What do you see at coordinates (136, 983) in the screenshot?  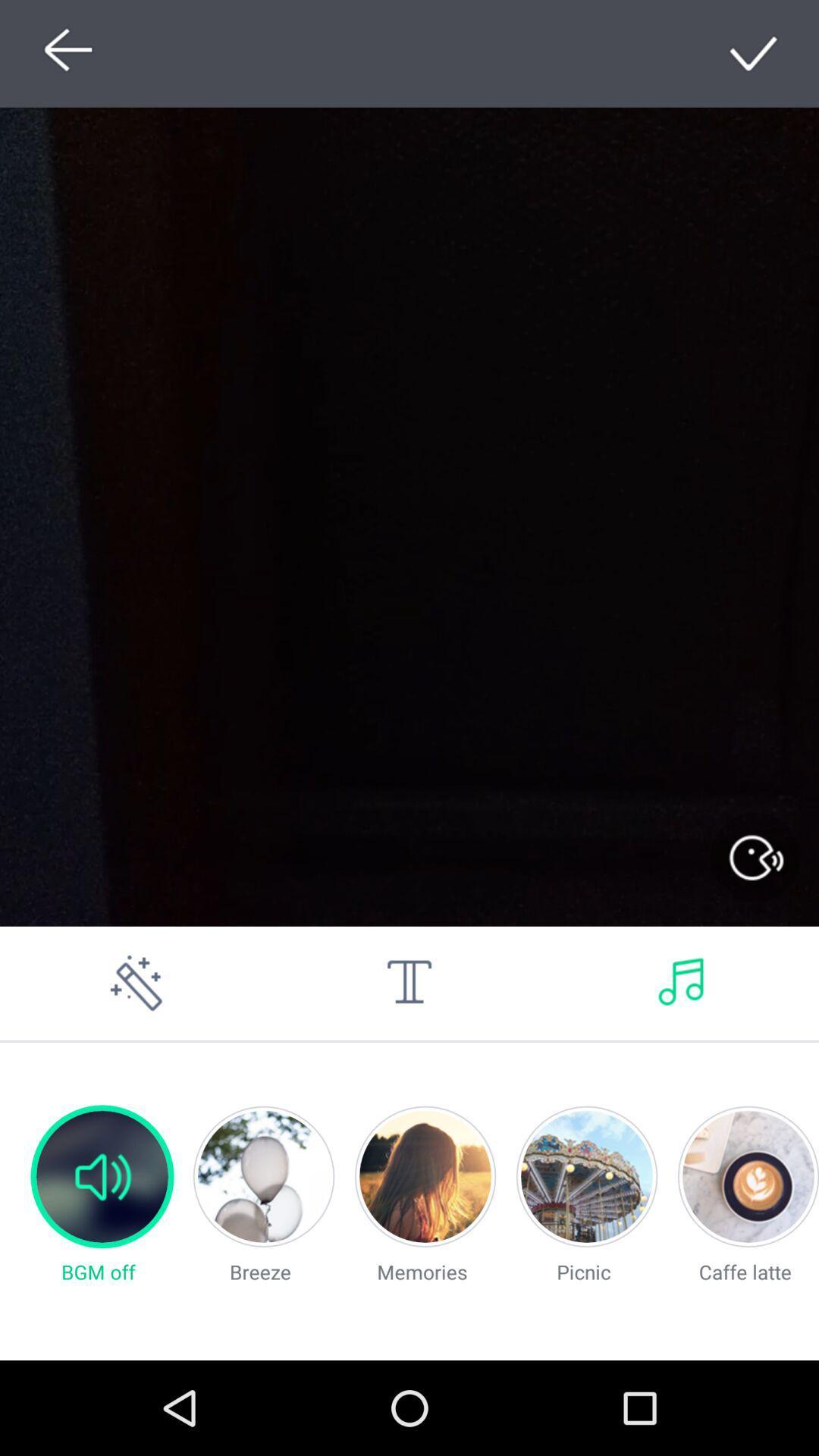 I see `edit photo` at bounding box center [136, 983].